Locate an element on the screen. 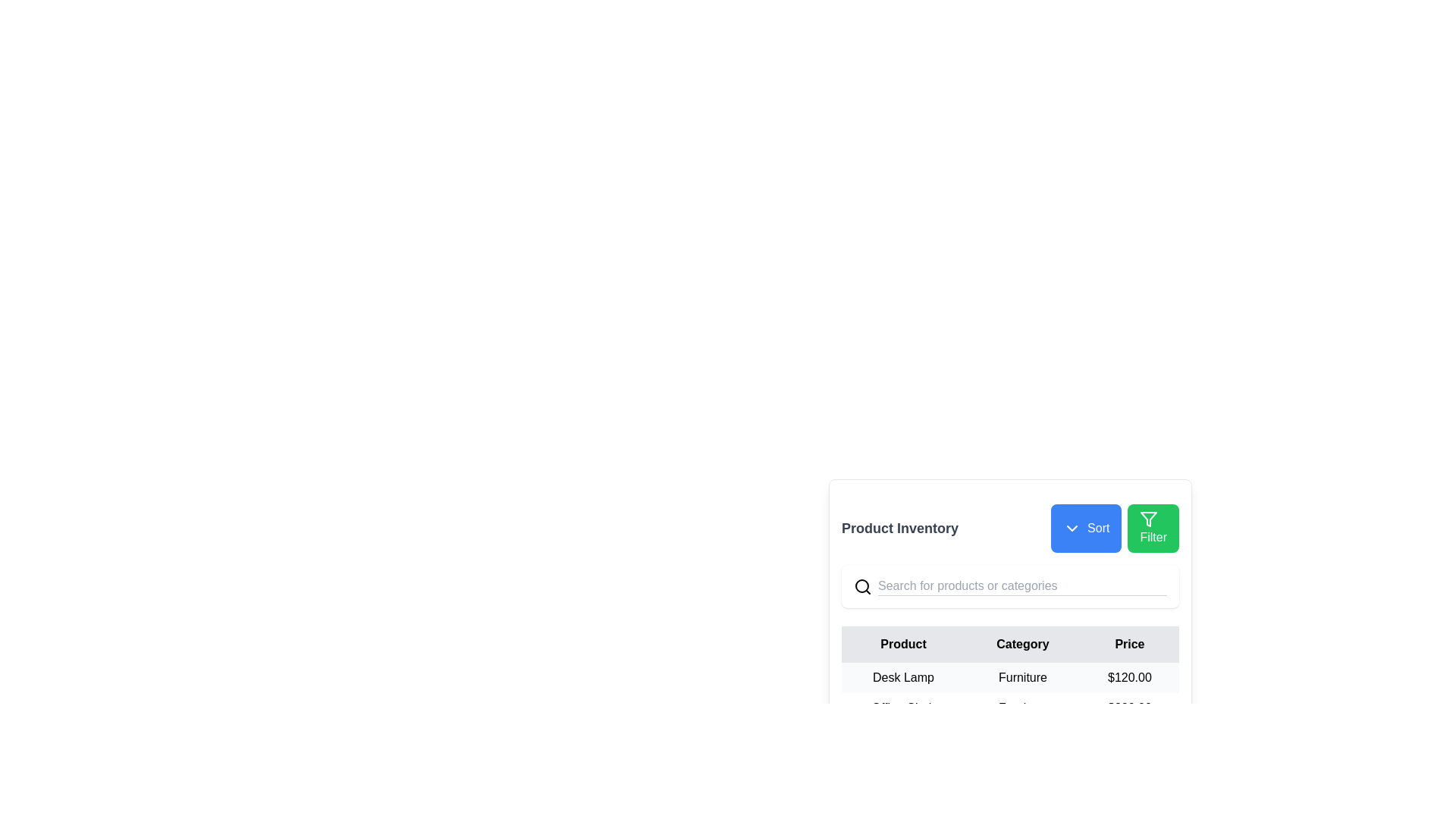 The height and width of the screenshot is (819, 1456). the composite UI component consisting of the 'Sort' and 'Filter' buttons, which are located to the right of the 'Product Inventory' header is located at coordinates (1115, 528).